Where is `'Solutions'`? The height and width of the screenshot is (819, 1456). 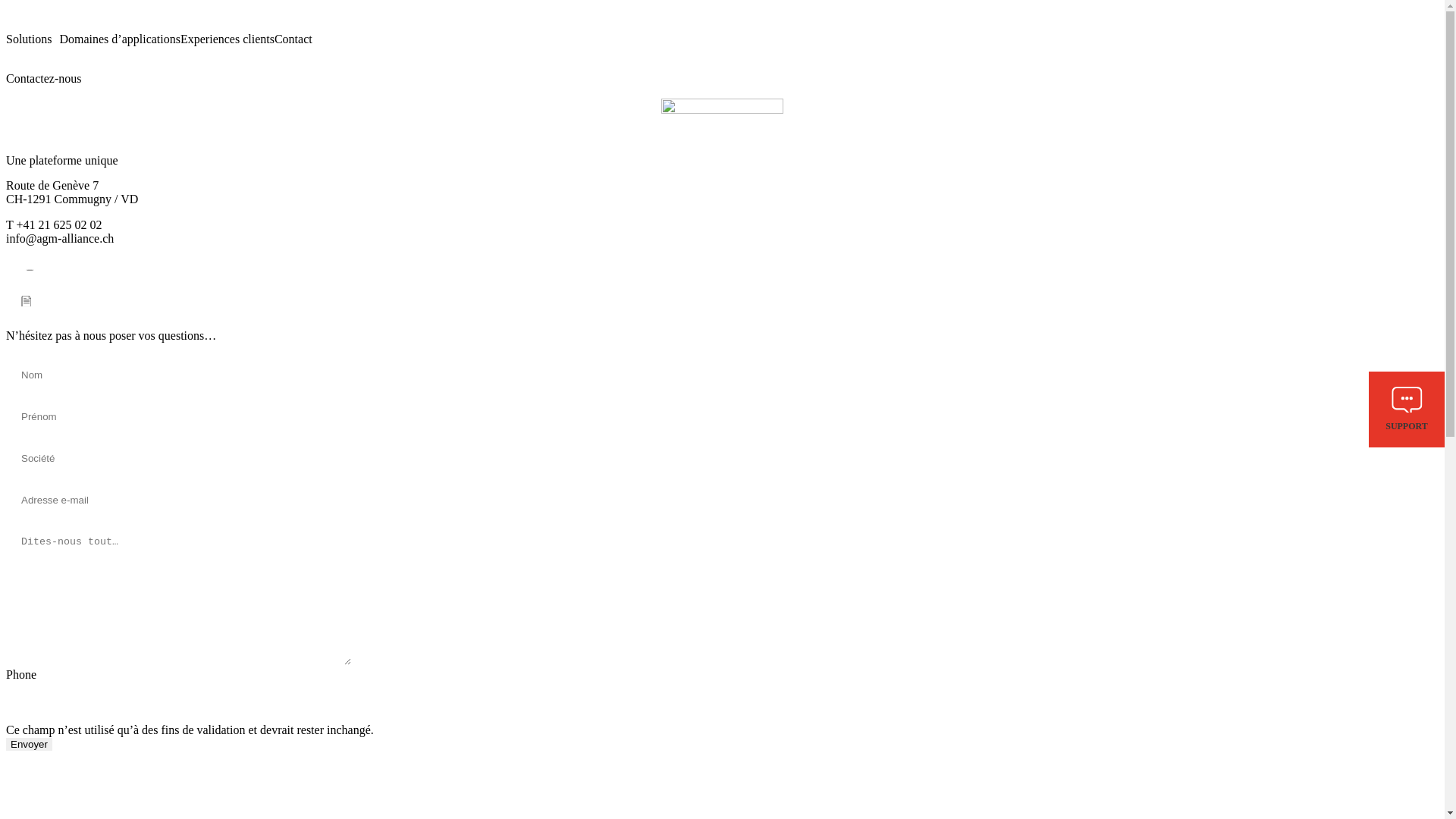 'Solutions' is located at coordinates (33, 38).